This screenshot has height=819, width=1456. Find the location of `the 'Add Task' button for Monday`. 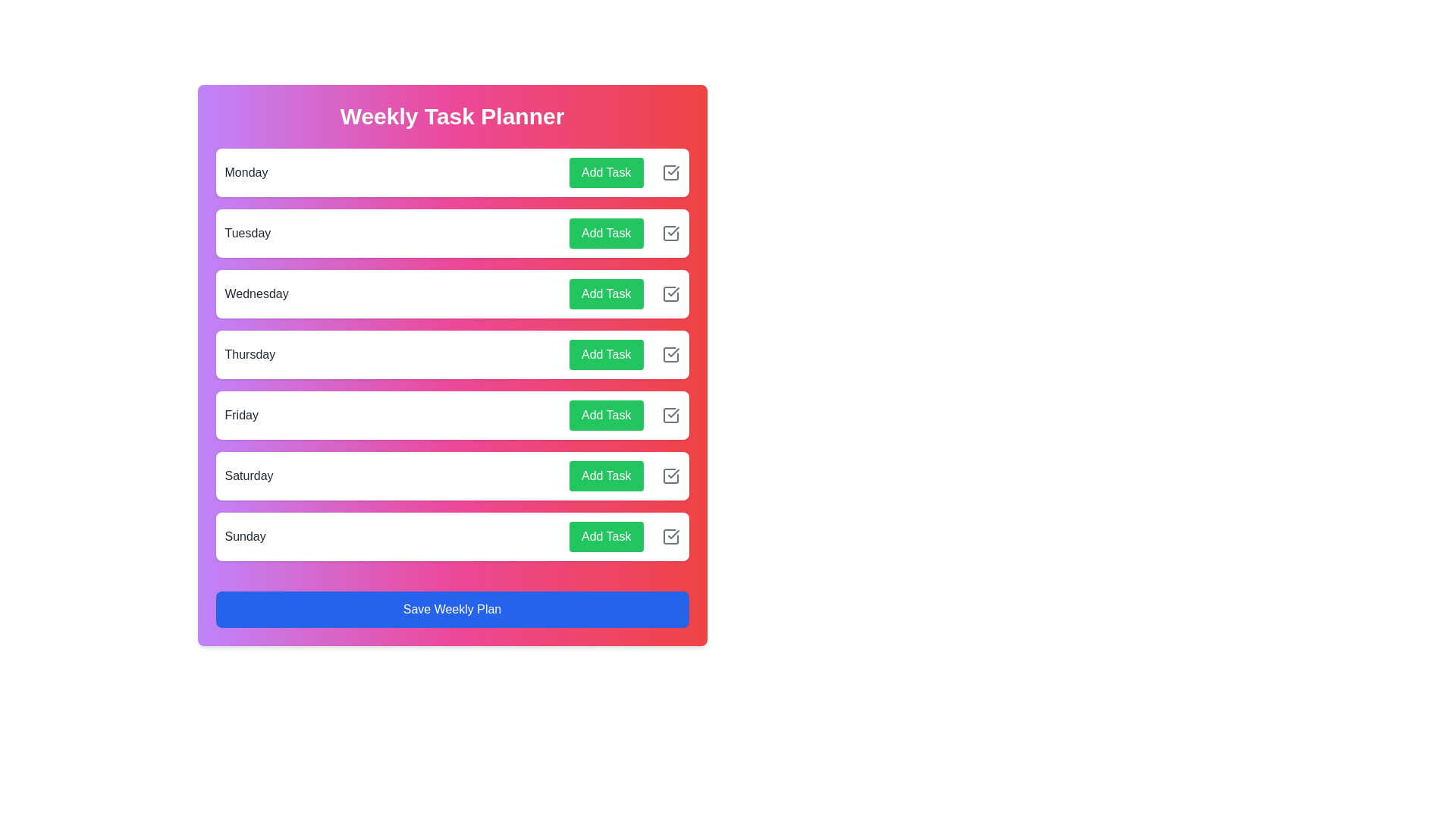

the 'Add Task' button for Monday is located at coordinates (605, 171).